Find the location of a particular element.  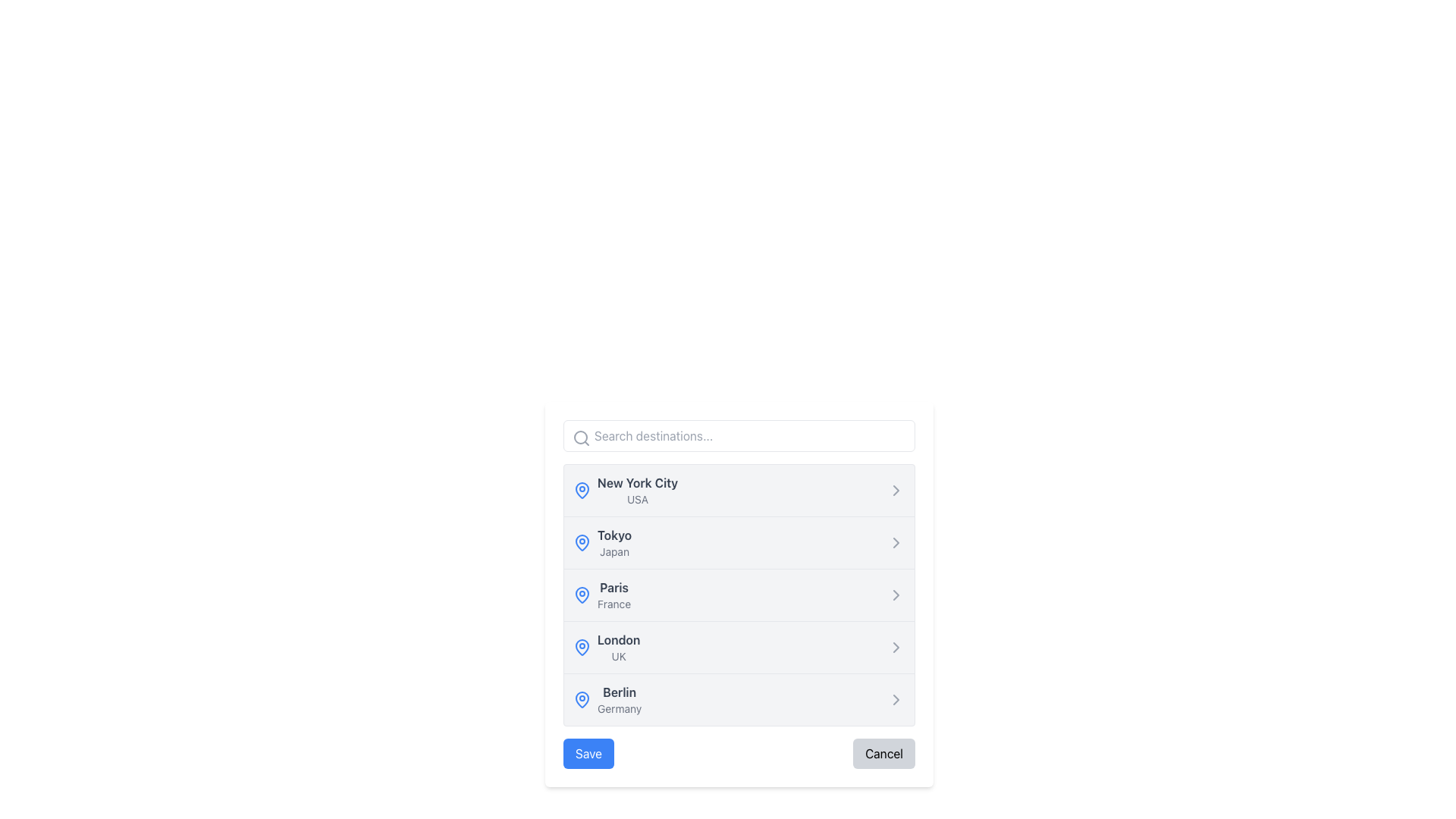

the list item labeled 'Tokyo, Japan' is located at coordinates (601, 542).